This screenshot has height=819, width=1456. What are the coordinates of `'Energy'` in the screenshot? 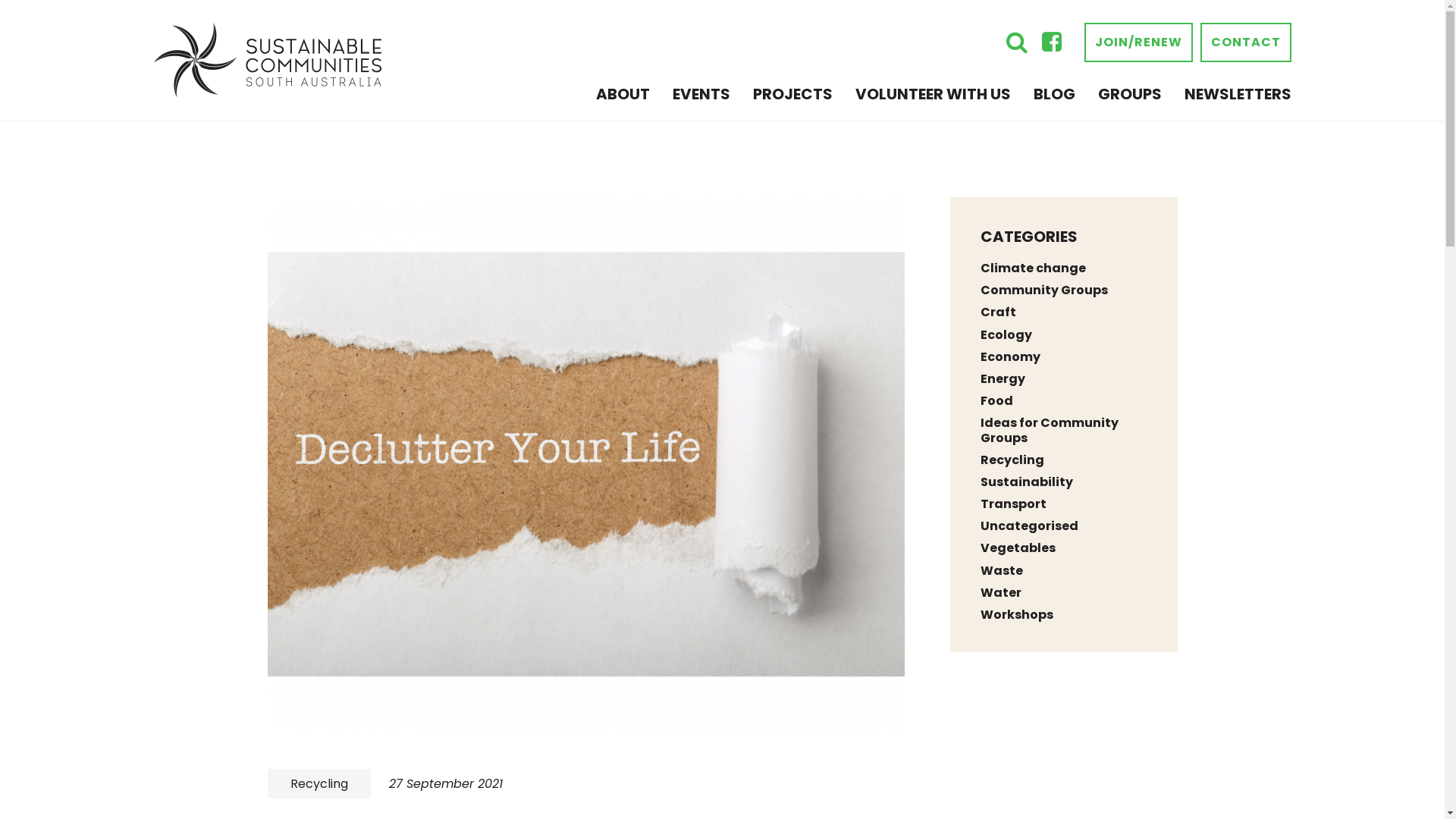 It's located at (1002, 378).